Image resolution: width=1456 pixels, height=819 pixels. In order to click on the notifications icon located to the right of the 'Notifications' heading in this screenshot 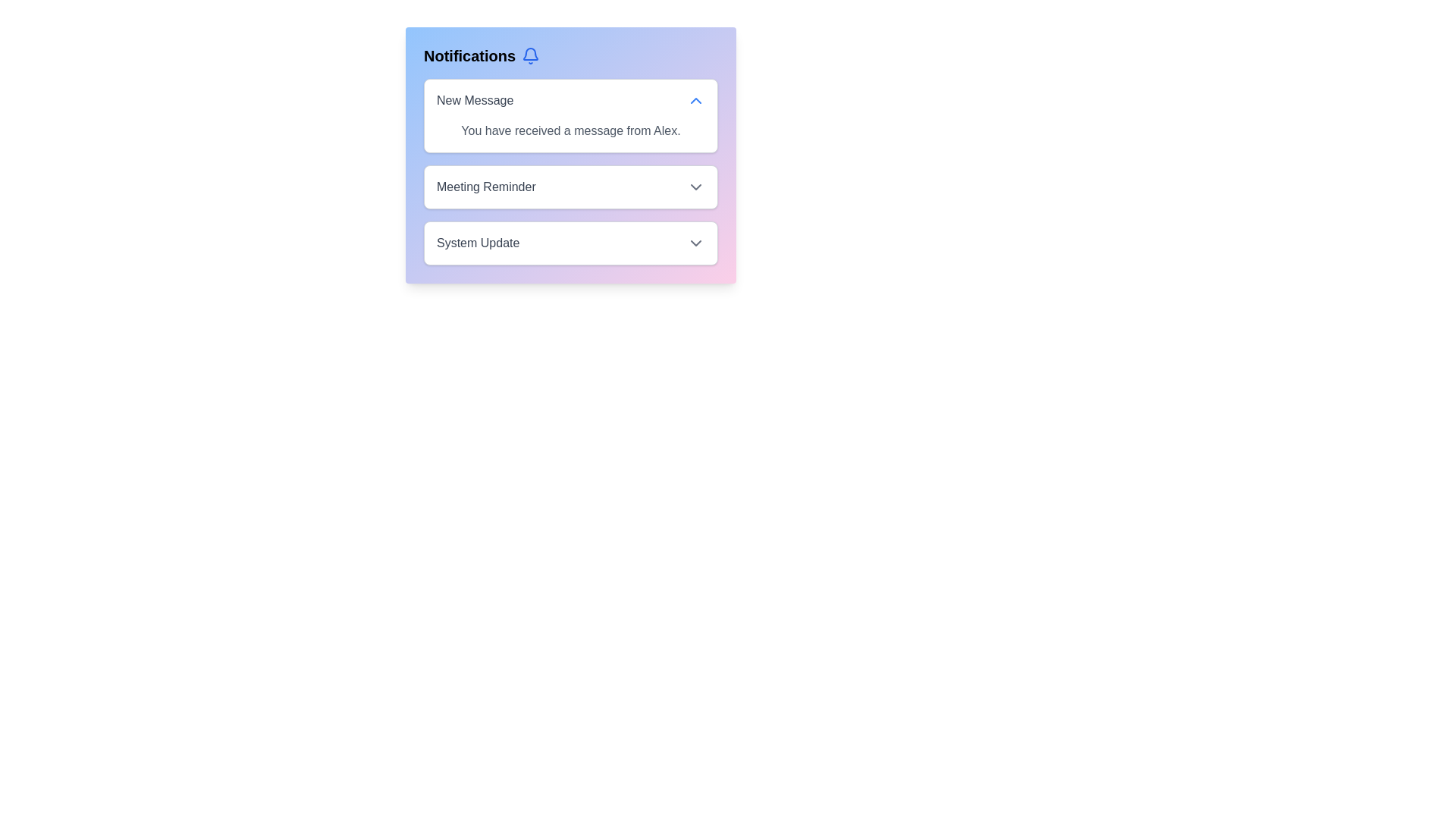, I will do `click(531, 55)`.